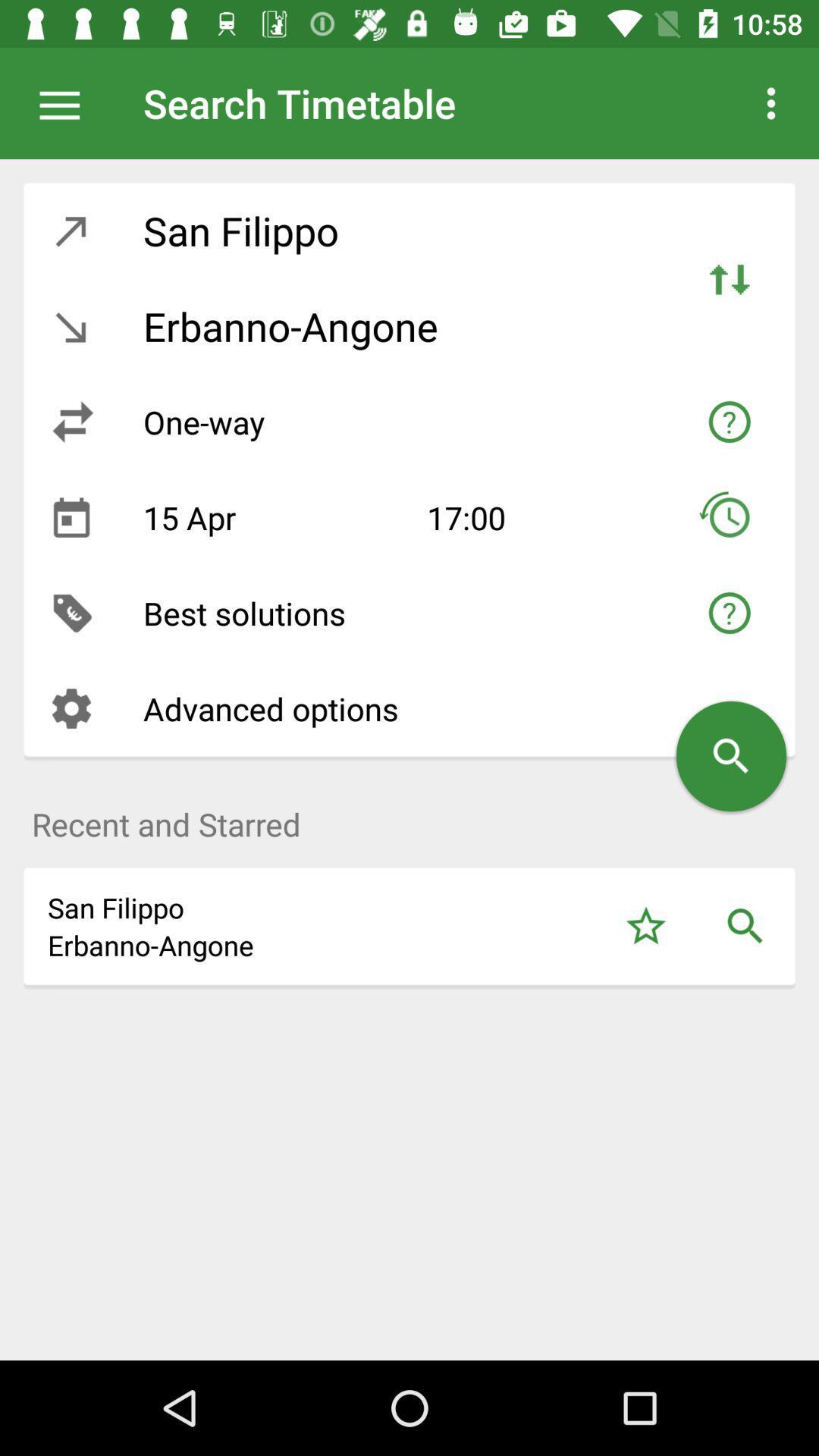 The image size is (819, 1456). What do you see at coordinates (71, 230) in the screenshot?
I see `the icon to the left of san filippo icon` at bounding box center [71, 230].